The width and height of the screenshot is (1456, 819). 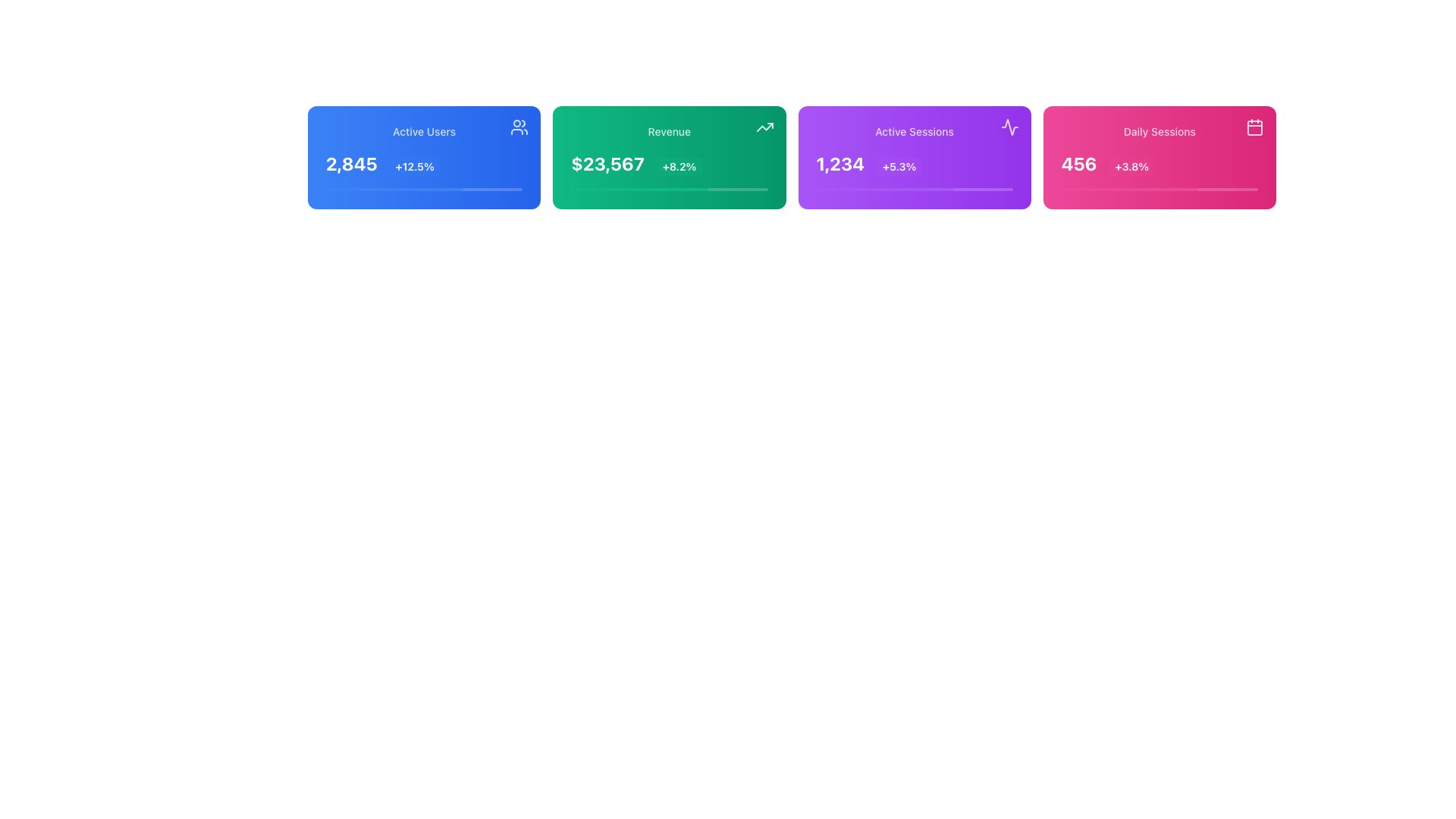 What do you see at coordinates (914, 189) in the screenshot?
I see `the horizontal progress bar at the bottom of the 'Active Sessions' card, which is filled with purple indicating a progress level of 70%` at bounding box center [914, 189].